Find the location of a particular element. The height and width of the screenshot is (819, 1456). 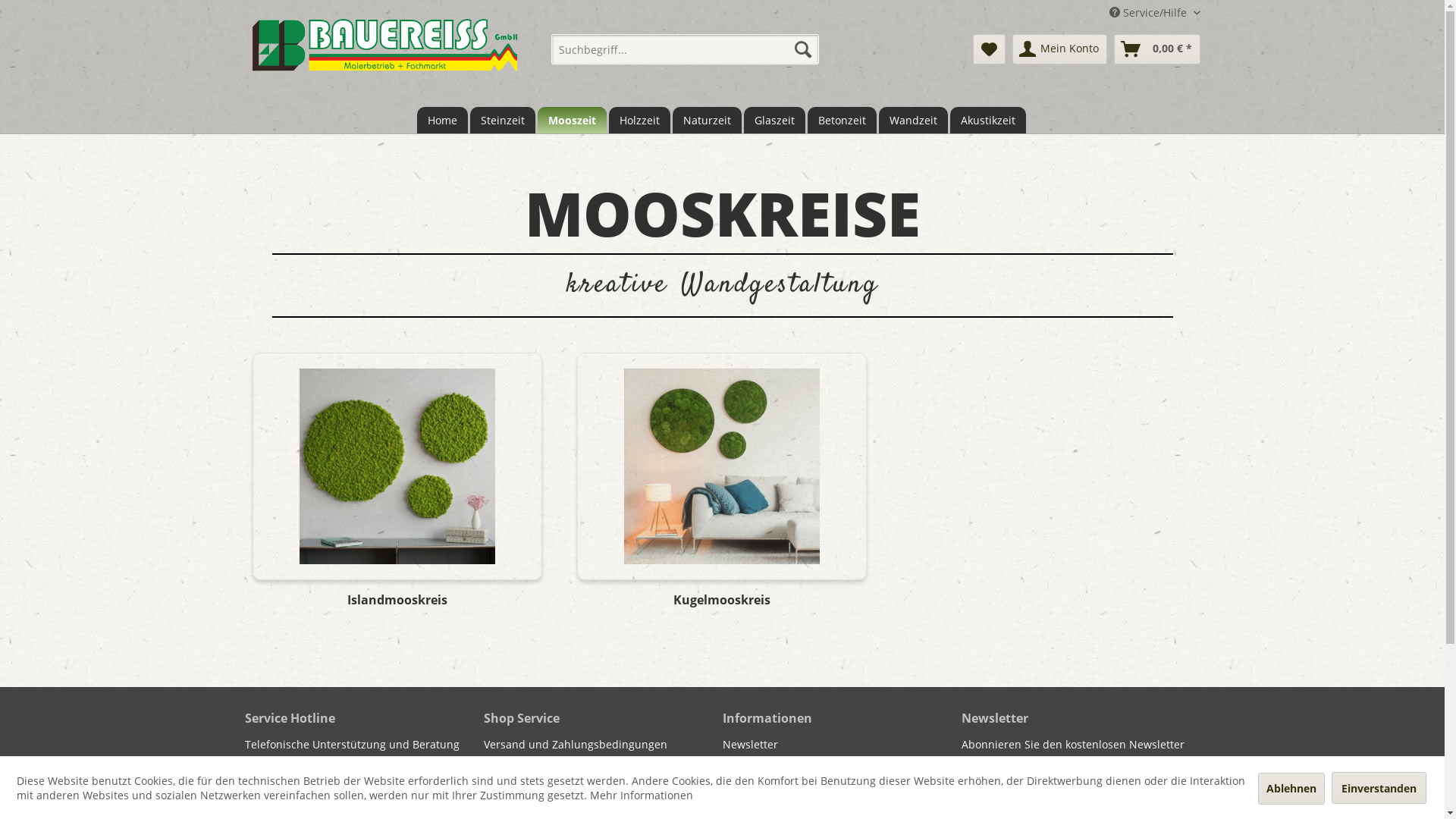

'Steinzeit' is located at coordinates (502, 119).